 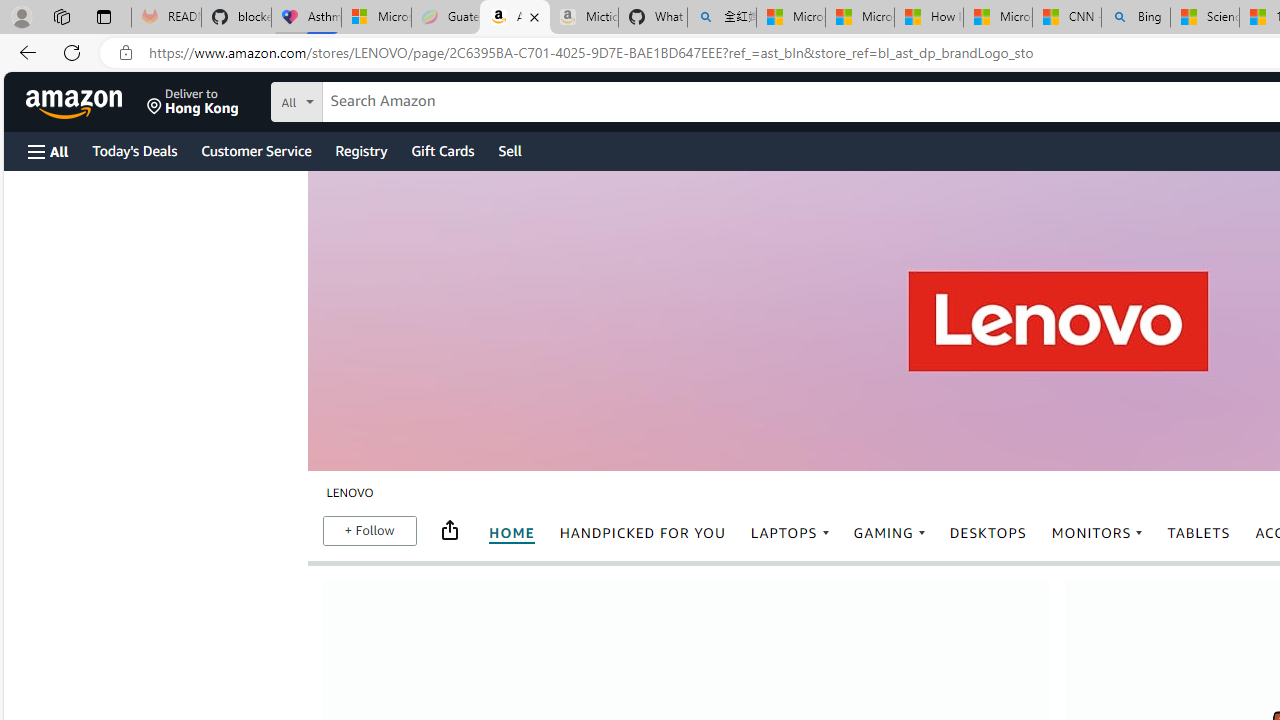 I want to click on 'Today', so click(x=133, y=149).